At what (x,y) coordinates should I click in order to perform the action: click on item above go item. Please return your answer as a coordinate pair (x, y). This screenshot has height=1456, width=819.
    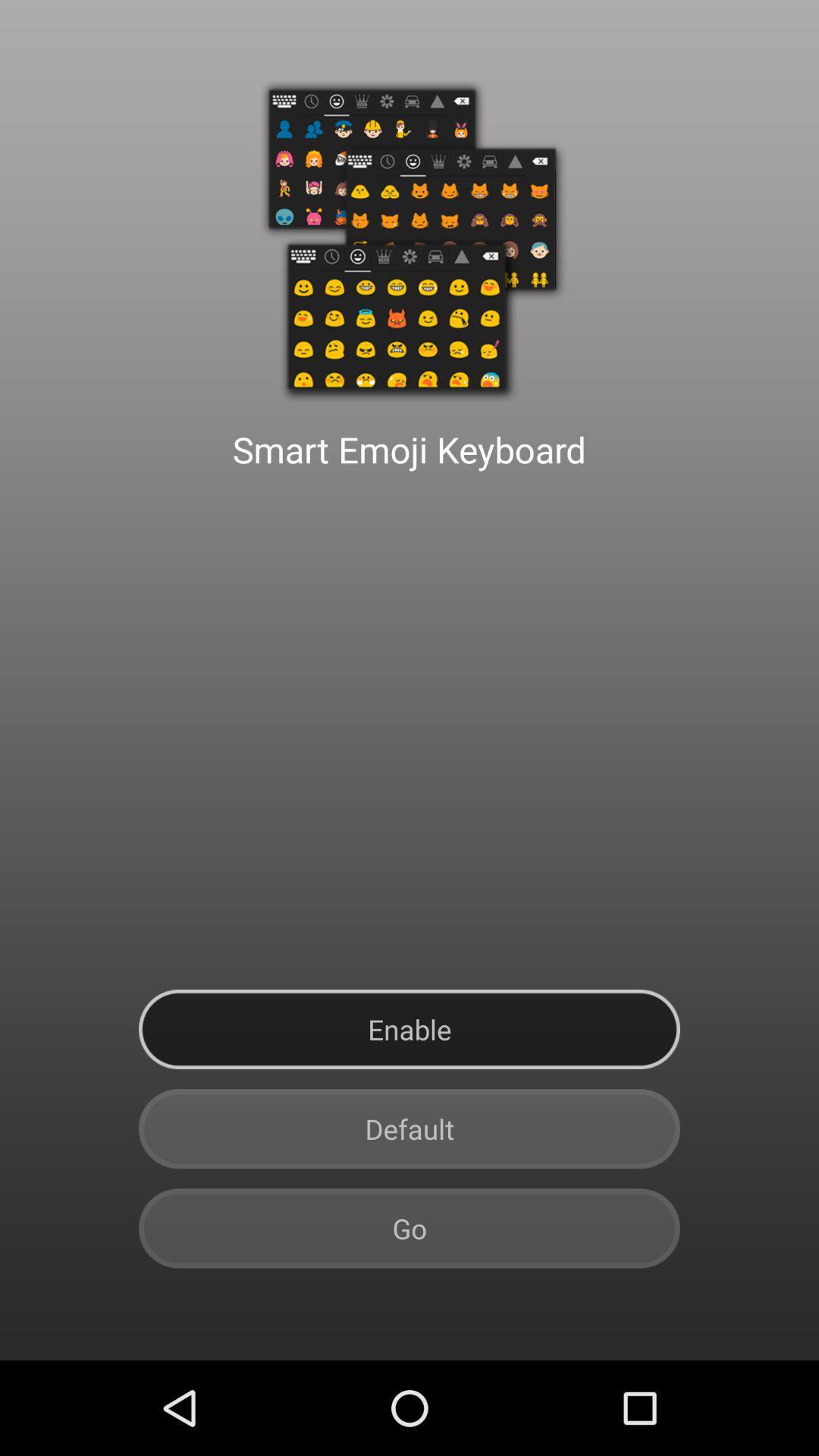
    Looking at the image, I should click on (409, 1128).